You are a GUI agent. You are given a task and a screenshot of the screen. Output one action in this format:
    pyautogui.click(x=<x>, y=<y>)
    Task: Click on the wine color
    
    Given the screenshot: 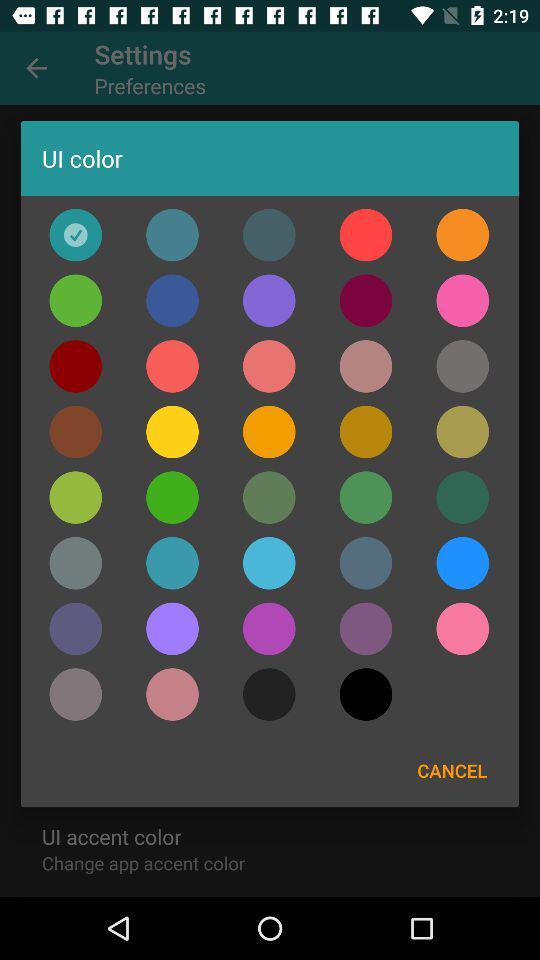 What is the action you would take?
    pyautogui.click(x=365, y=299)
    